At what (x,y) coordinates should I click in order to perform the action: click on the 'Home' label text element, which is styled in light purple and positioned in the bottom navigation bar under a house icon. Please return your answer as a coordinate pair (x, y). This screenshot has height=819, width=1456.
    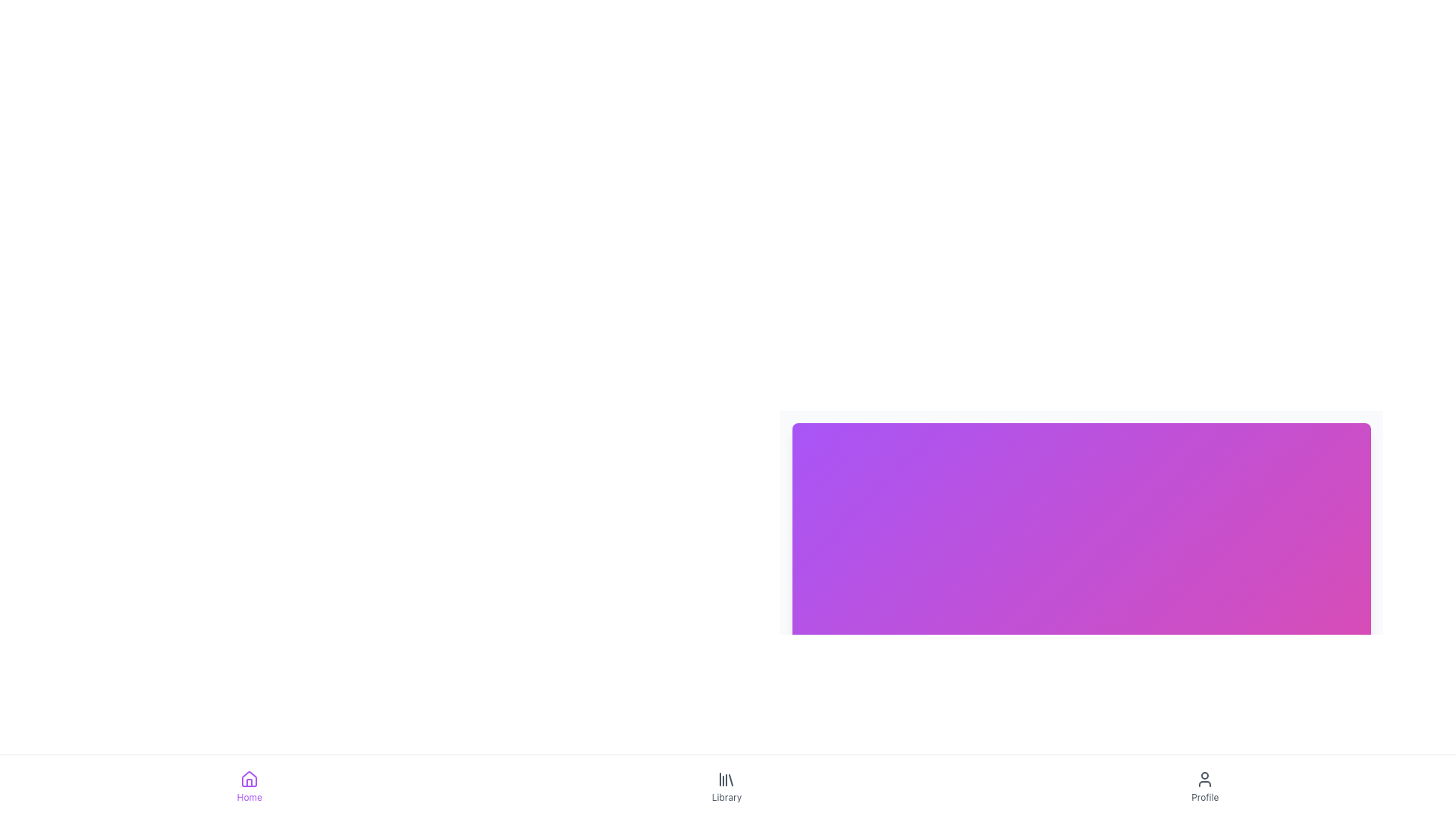
    Looking at the image, I should click on (249, 797).